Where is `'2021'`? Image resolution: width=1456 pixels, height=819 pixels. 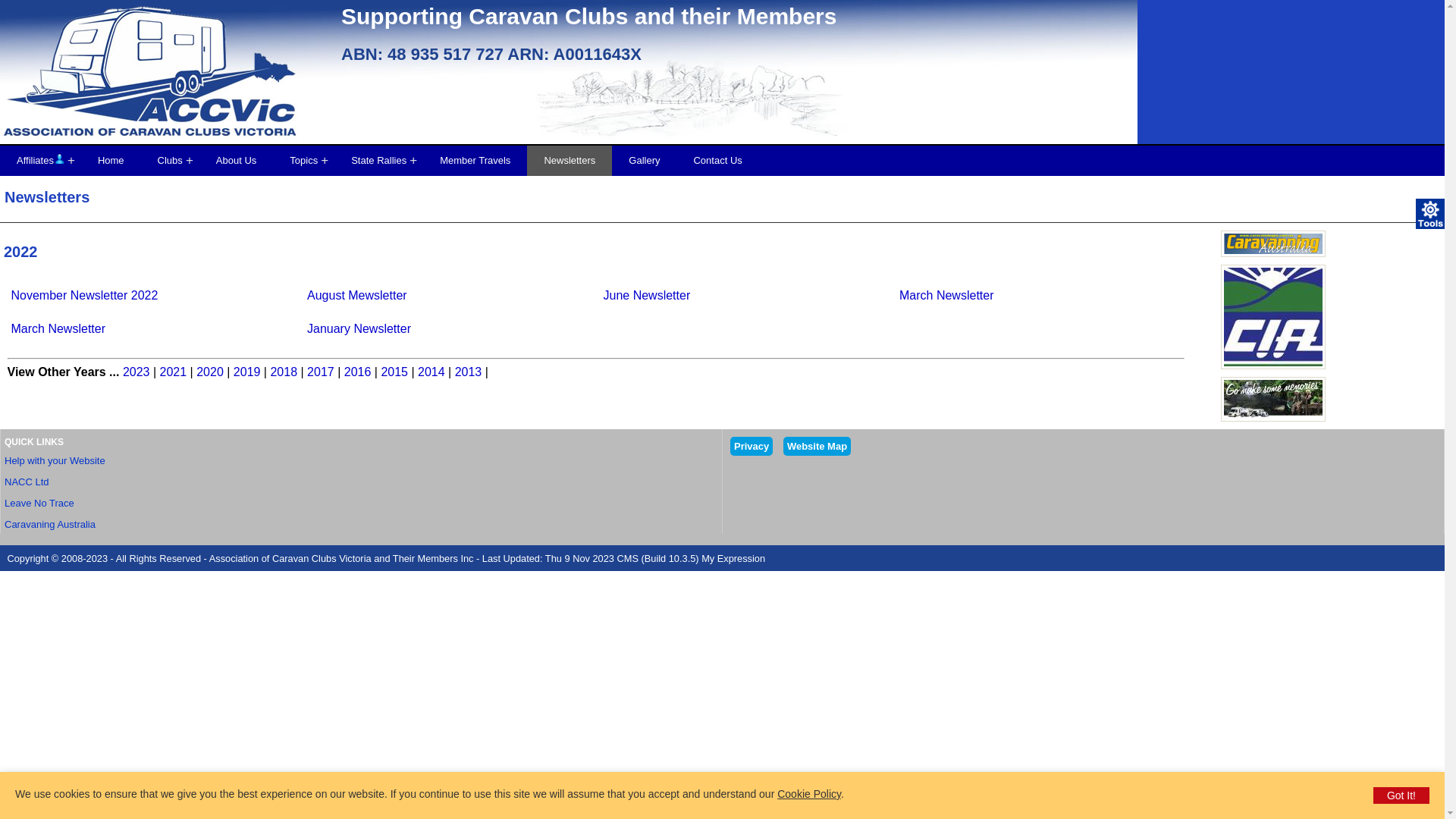 '2021' is located at coordinates (174, 372).